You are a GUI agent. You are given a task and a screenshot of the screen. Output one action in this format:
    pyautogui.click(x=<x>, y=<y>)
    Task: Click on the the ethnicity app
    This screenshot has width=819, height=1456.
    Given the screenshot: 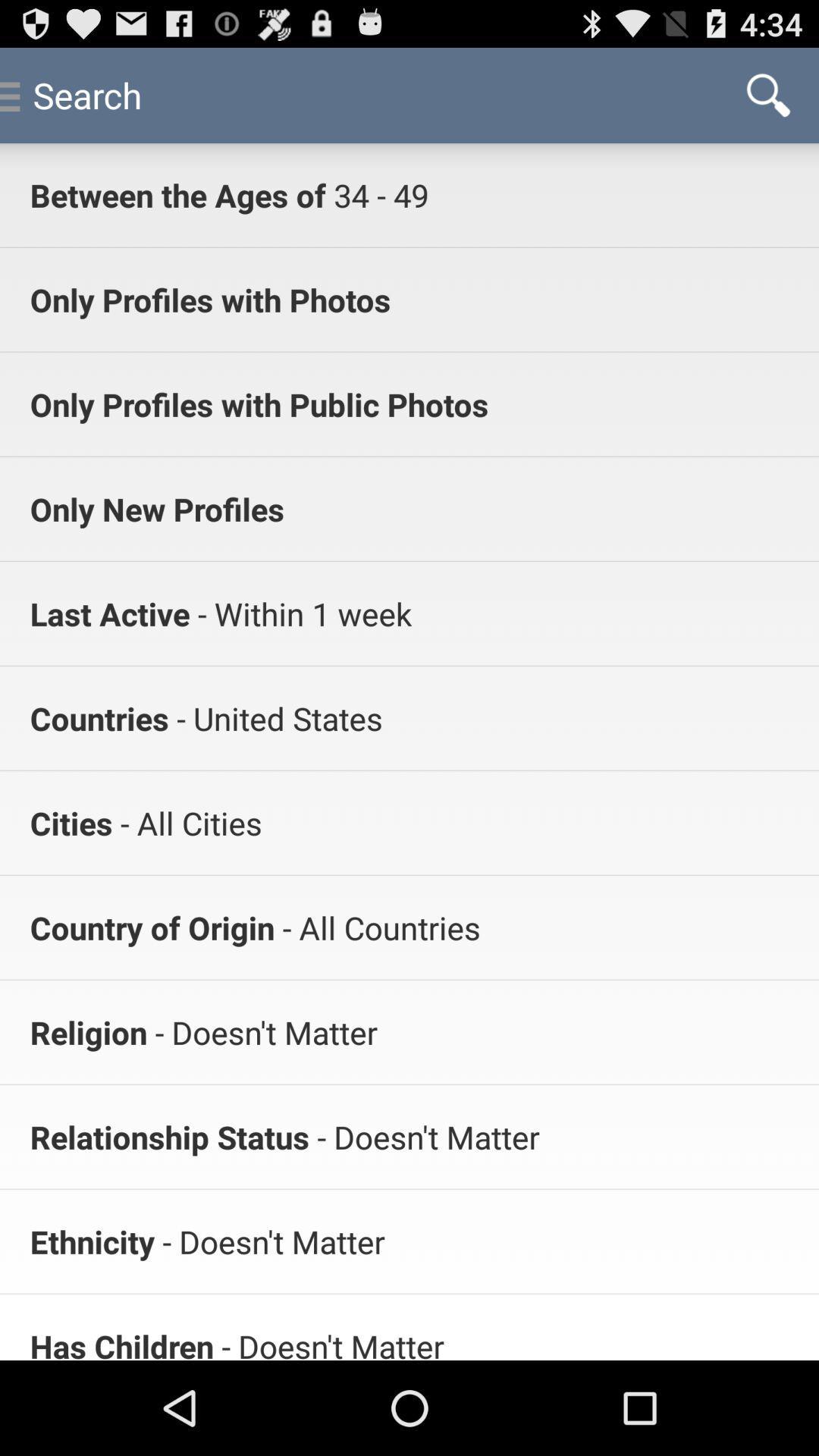 What is the action you would take?
    pyautogui.click(x=92, y=1241)
    